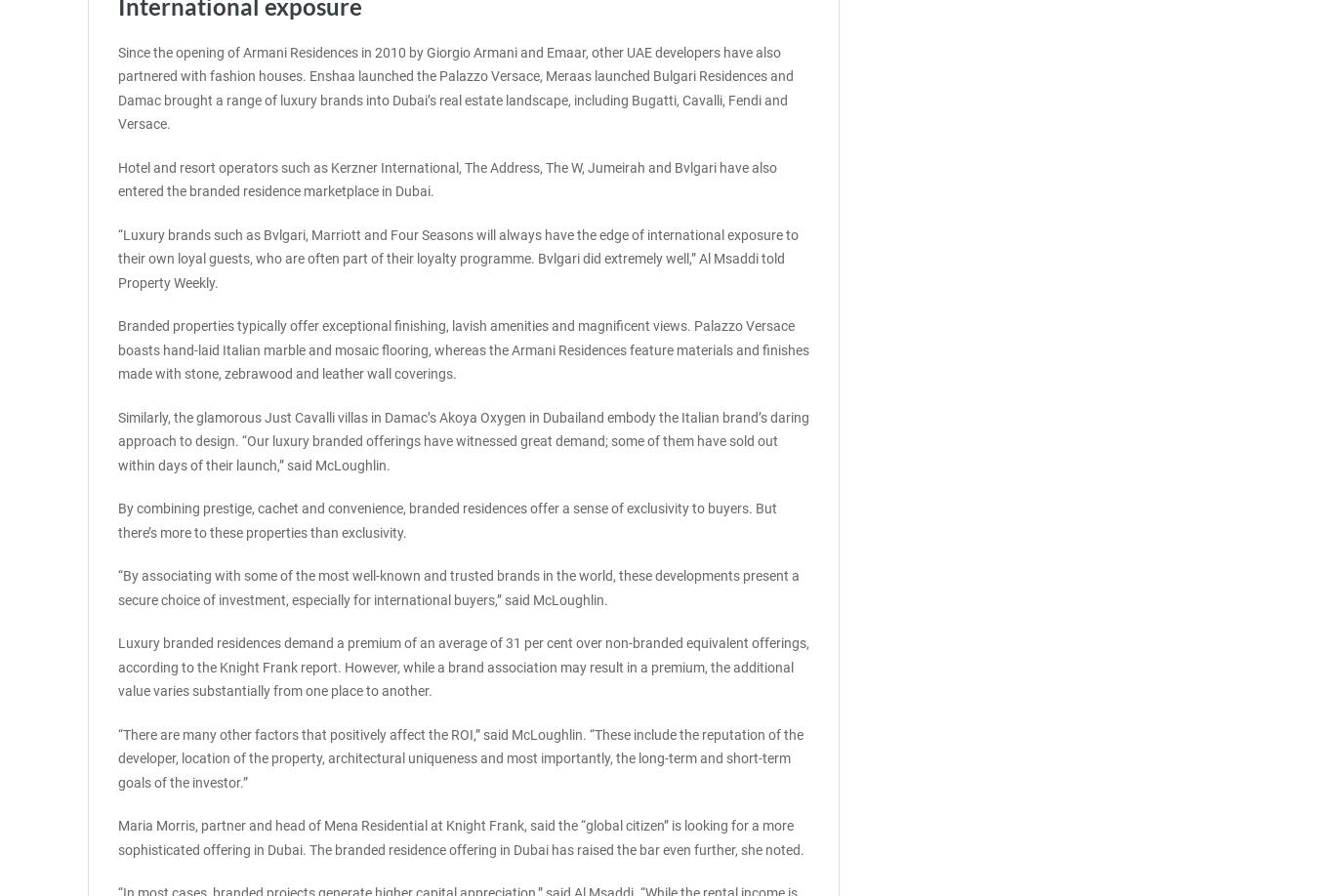 Image resolution: width=1318 pixels, height=896 pixels. What do you see at coordinates (117, 519) in the screenshot?
I see `'By combining prestige, cachet and convenience, branded residences offer a sense of exclusivity to buyers. But there’s more to these properties than exclusivity.'` at bounding box center [117, 519].